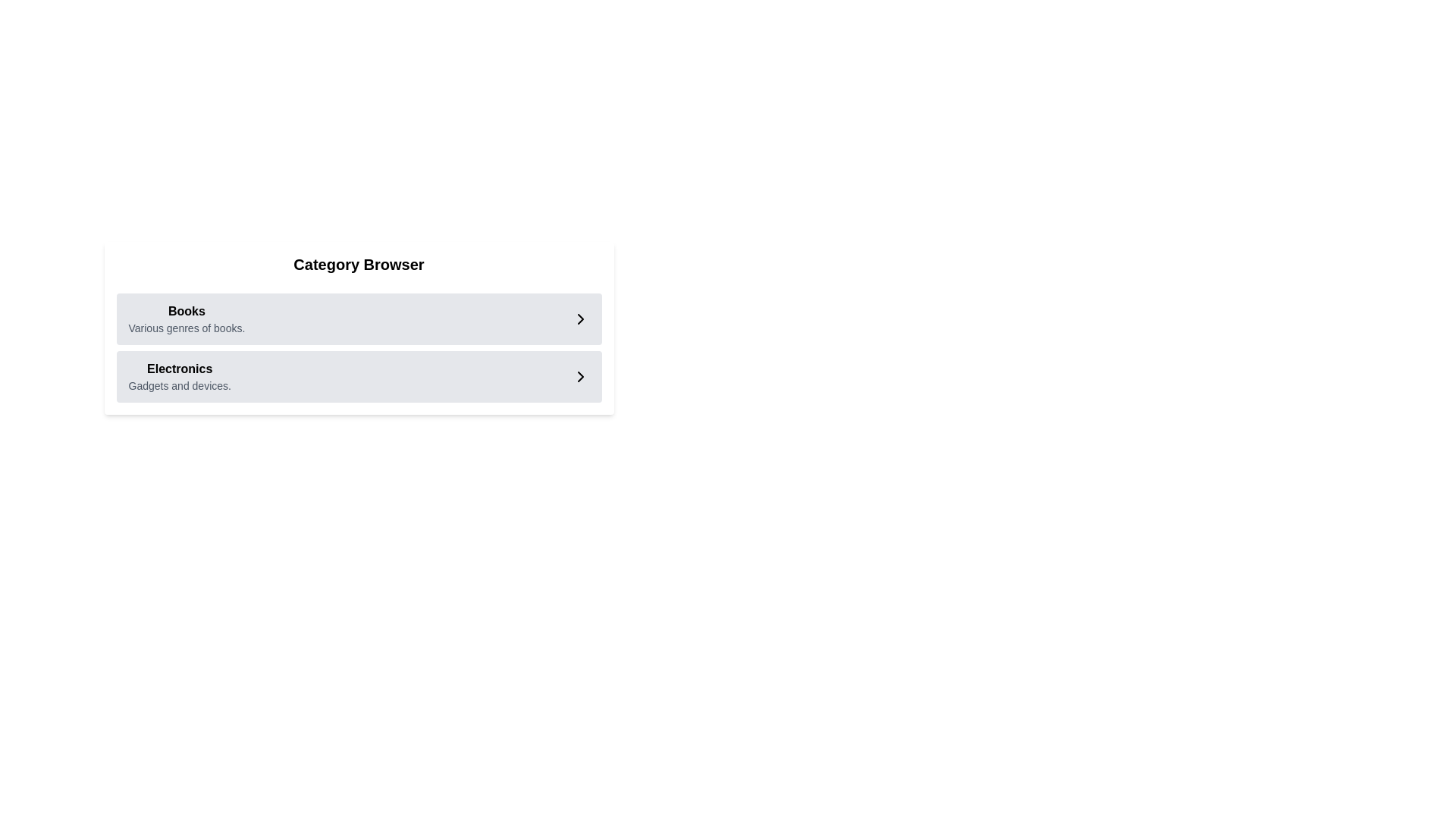  What do you see at coordinates (186, 311) in the screenshot?
I see `the 'Books' text label, which is a bold category heading within a light gray background` at bounding box center [186, 311].